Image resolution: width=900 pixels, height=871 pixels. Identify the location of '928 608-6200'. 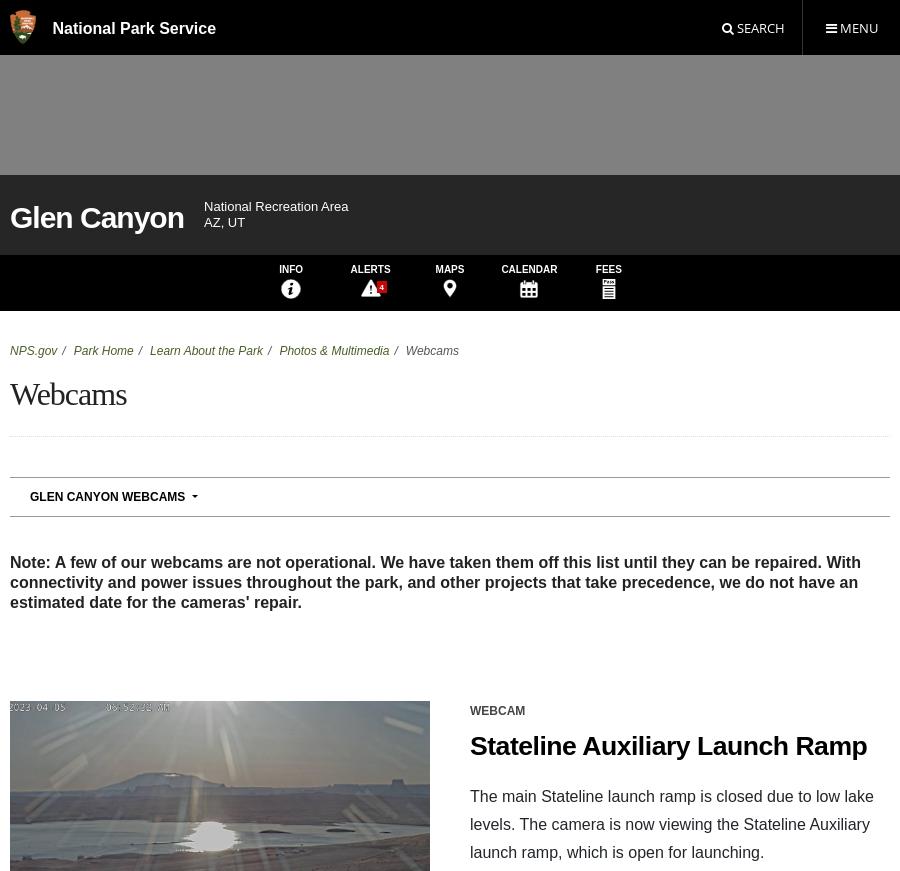
(54, 857).